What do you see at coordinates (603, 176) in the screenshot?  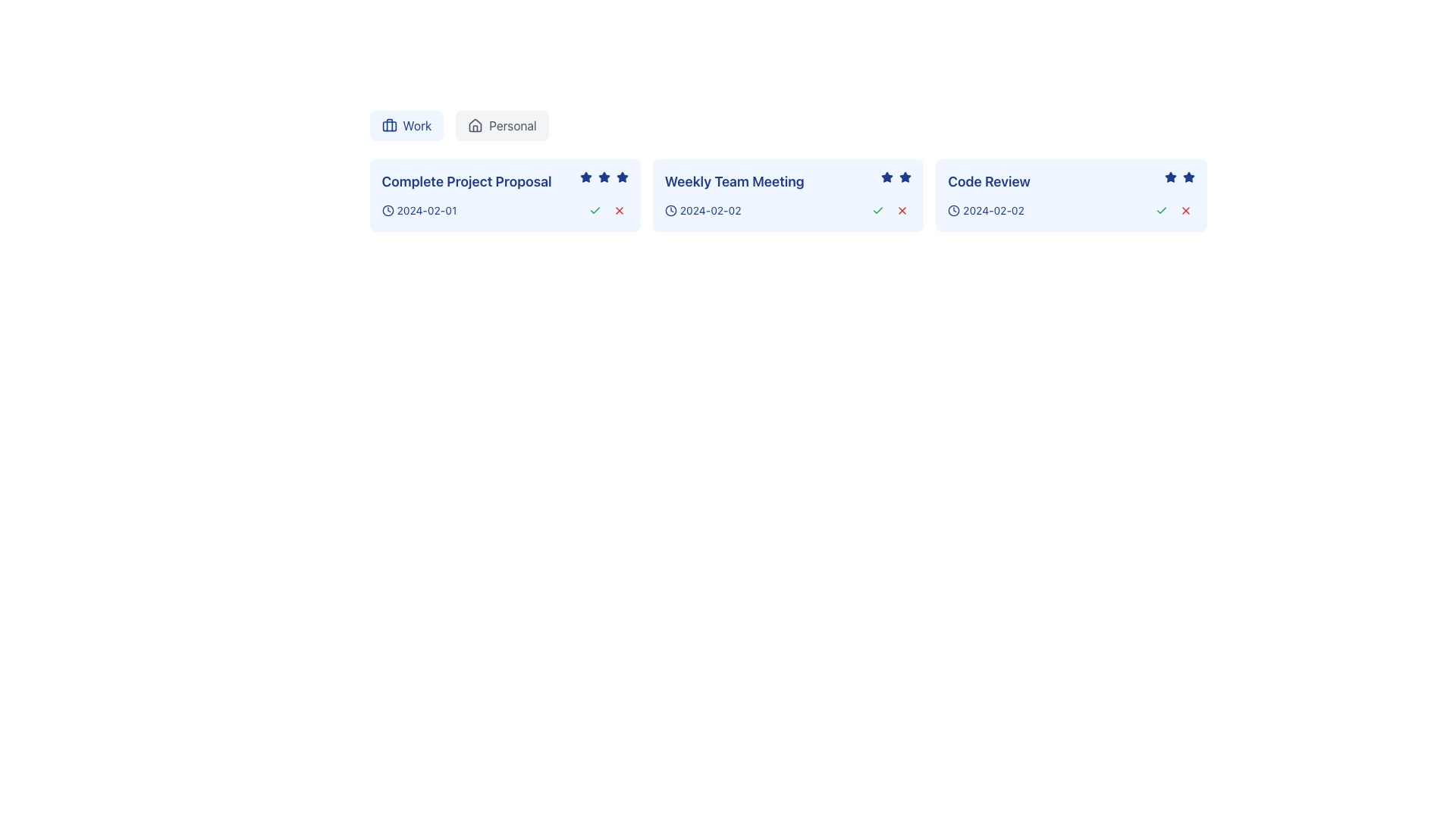 I see `the blue star icon with a white border adjacent to the task entry labeled 'Complete Project Proposal'` at bounding box center [603, 176].